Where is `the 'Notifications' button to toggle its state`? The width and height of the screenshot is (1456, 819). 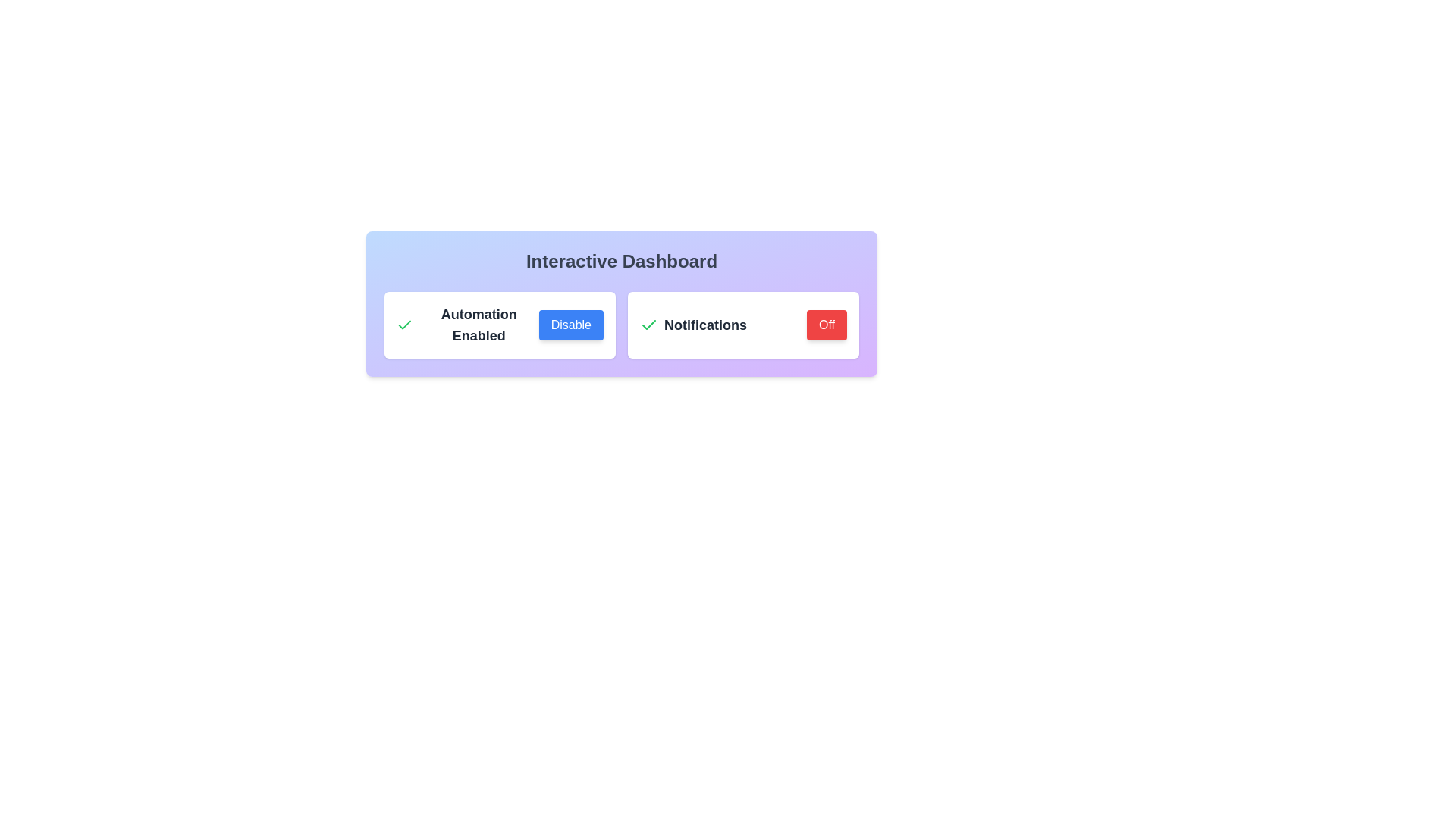 the 'Notifications' button to toggle its state is located at coordinates (825, 324).